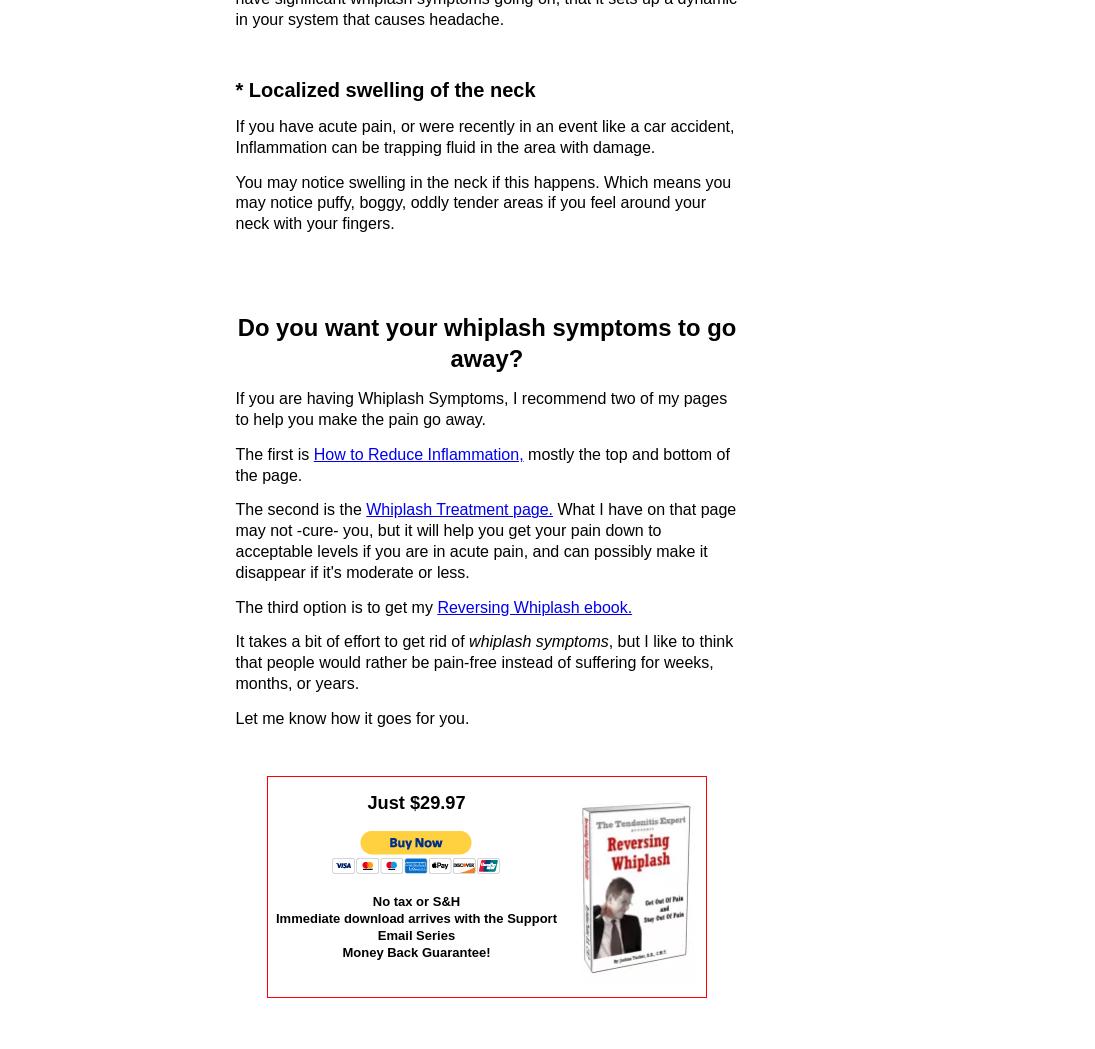 This screenshot has width=1095, height=1049. I want to click on 'It takes a bit of effort to get rid of', so click(352, 641).